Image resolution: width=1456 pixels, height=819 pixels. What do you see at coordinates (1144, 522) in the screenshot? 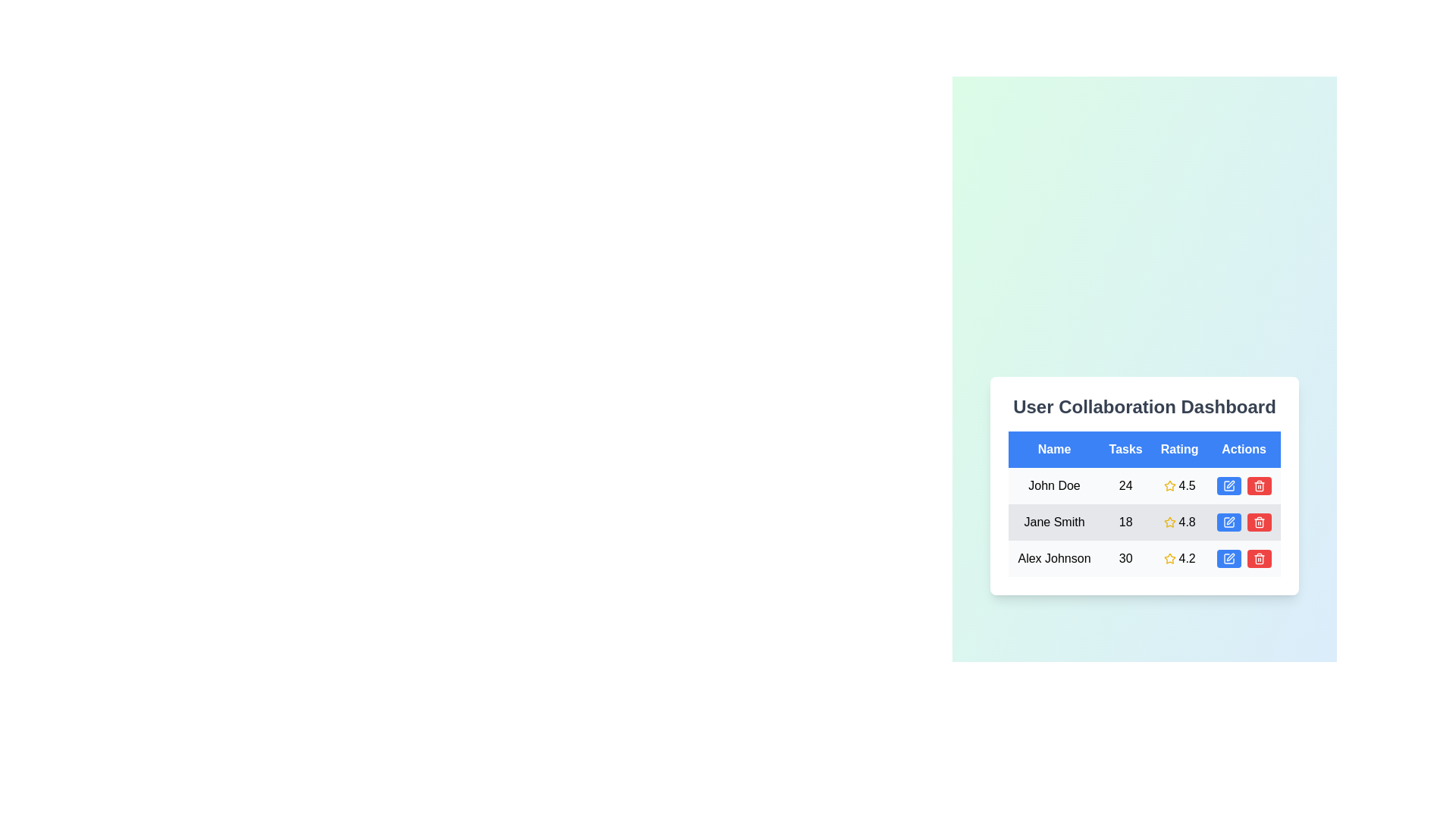
I see `the name 'Jane Smith' in the second row of the 'User Collaboration Dashboard' table` at bounding box center [1144, 522].